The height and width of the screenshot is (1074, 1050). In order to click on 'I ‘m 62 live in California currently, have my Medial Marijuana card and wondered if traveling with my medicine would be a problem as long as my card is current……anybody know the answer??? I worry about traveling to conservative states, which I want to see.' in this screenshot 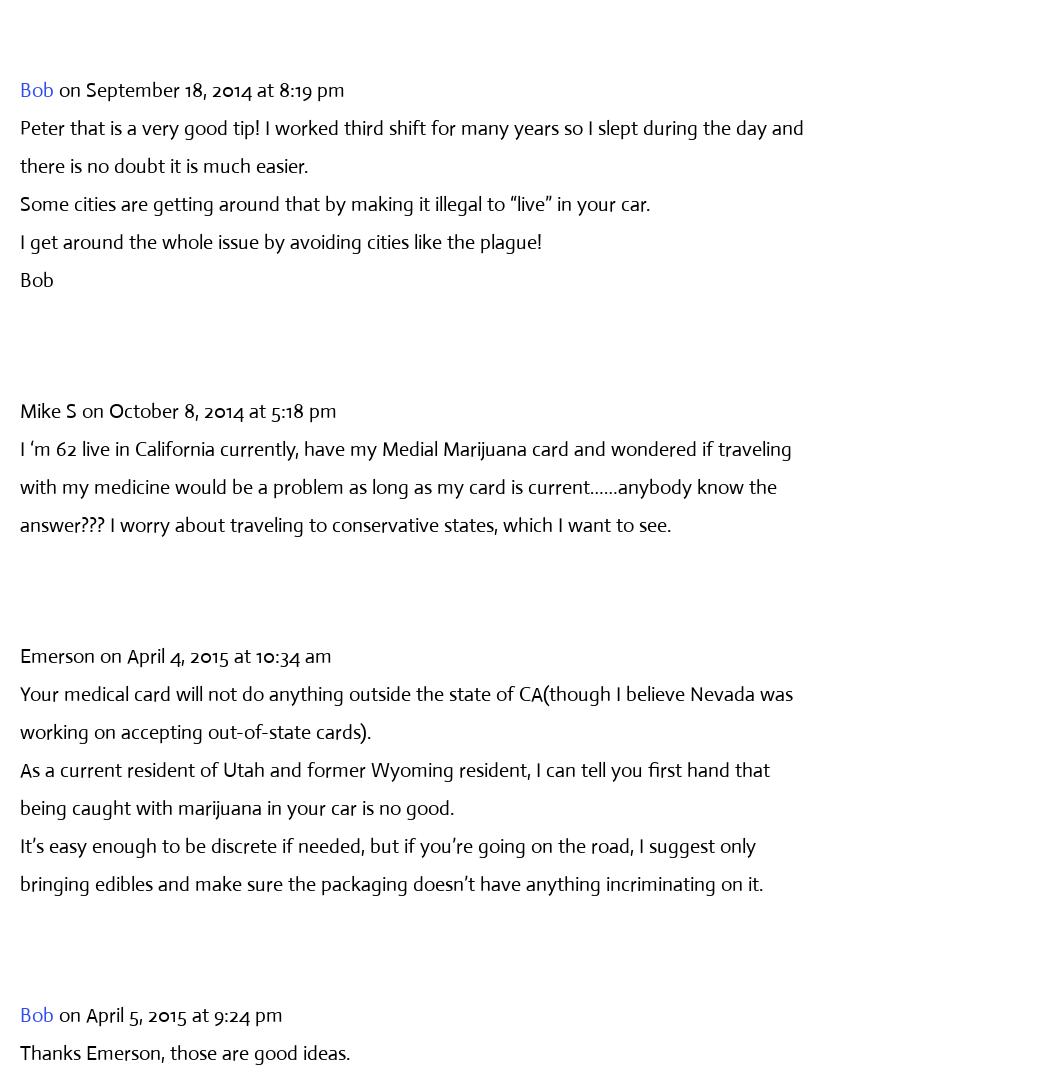, I will do `click(406, 486)`.